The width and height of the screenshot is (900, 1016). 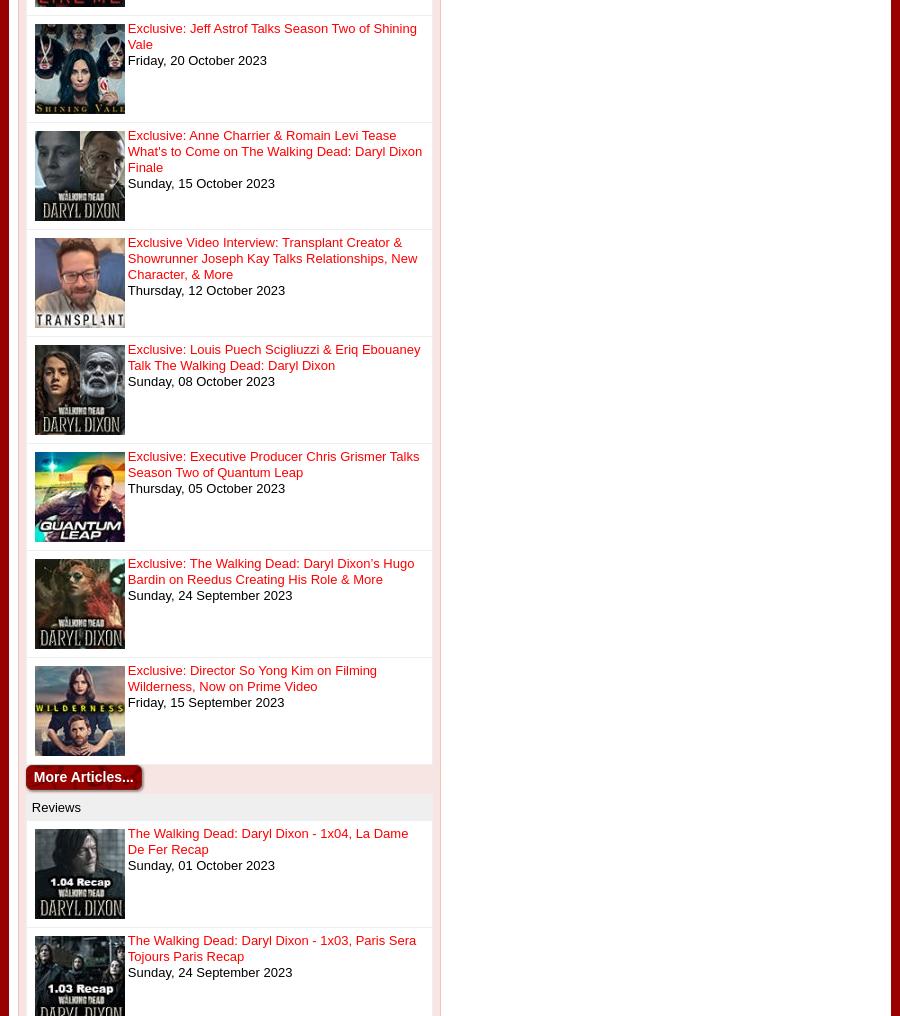 I want to click on 'Exclusive Video Interview: Transplant Creator & Showrunner Joseph Kay Talks Relationships, New Character, & More', so click(x=270, y=257).